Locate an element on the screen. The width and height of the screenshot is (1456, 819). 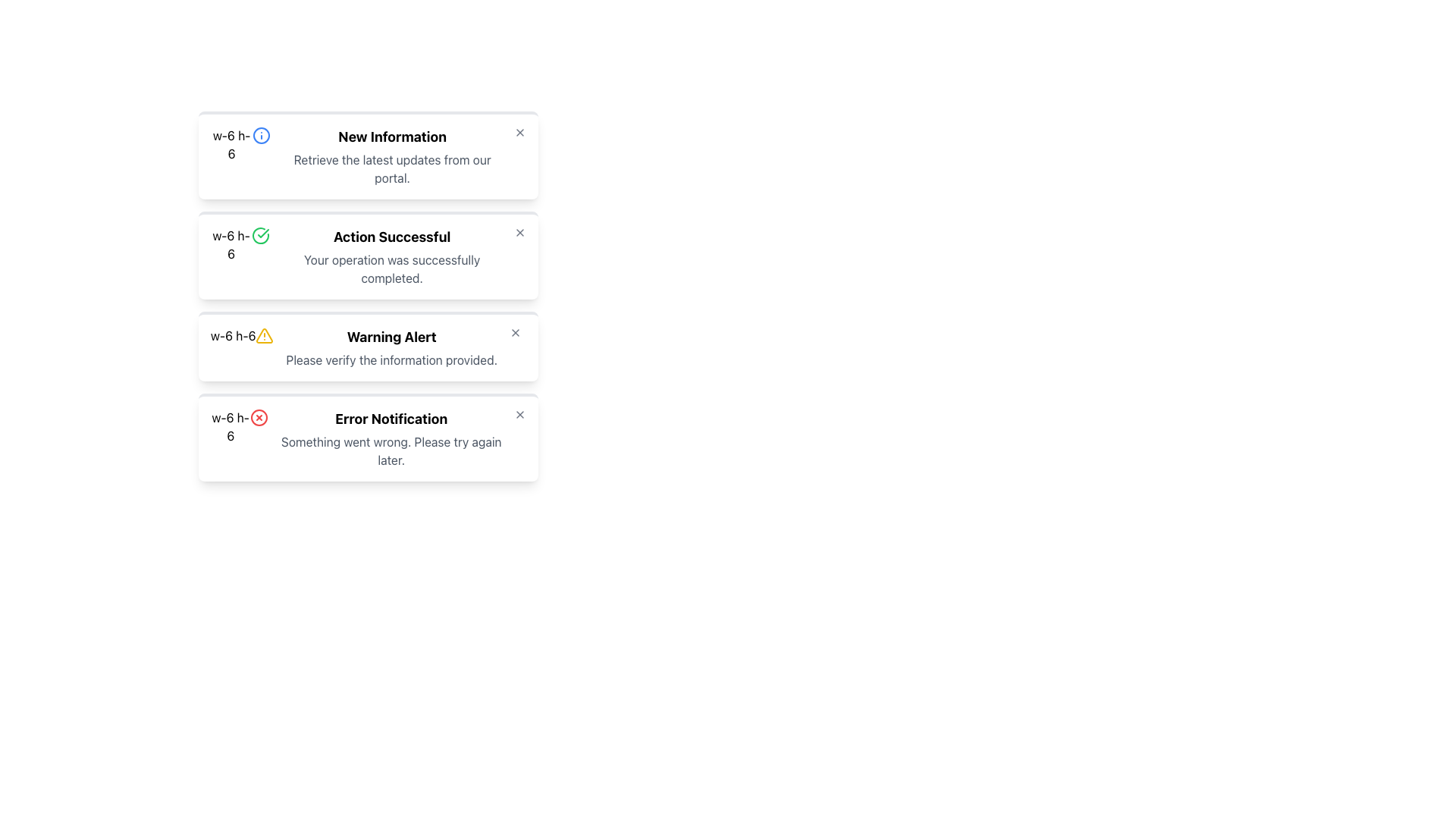
the informational notification card located at the top left of the notification list is located at coordinates (368, 155).